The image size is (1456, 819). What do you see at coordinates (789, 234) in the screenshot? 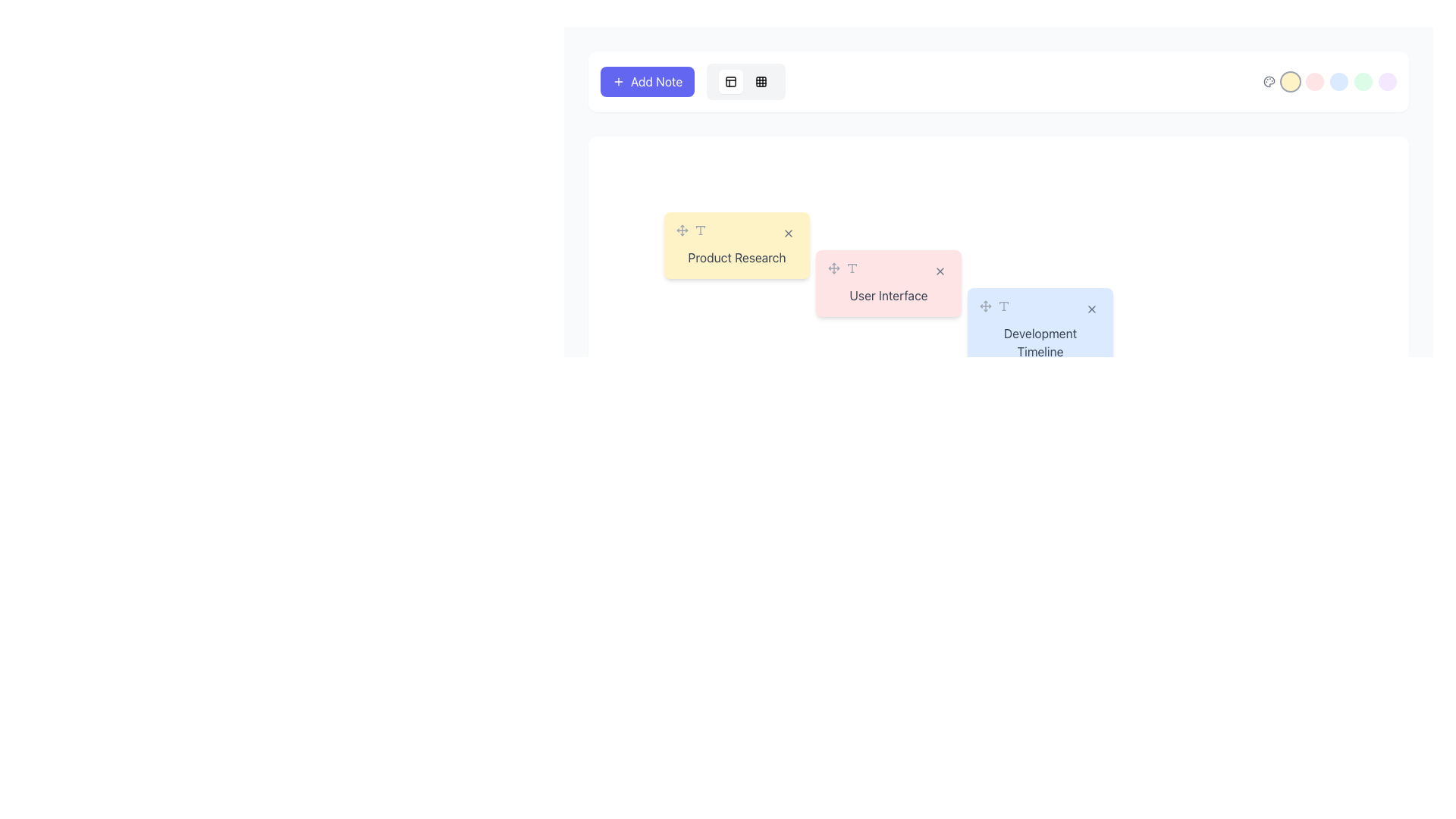
I see `the close button located at the top-right corner of the 'Product Research' yellow card` at bounding box center [789, 234].